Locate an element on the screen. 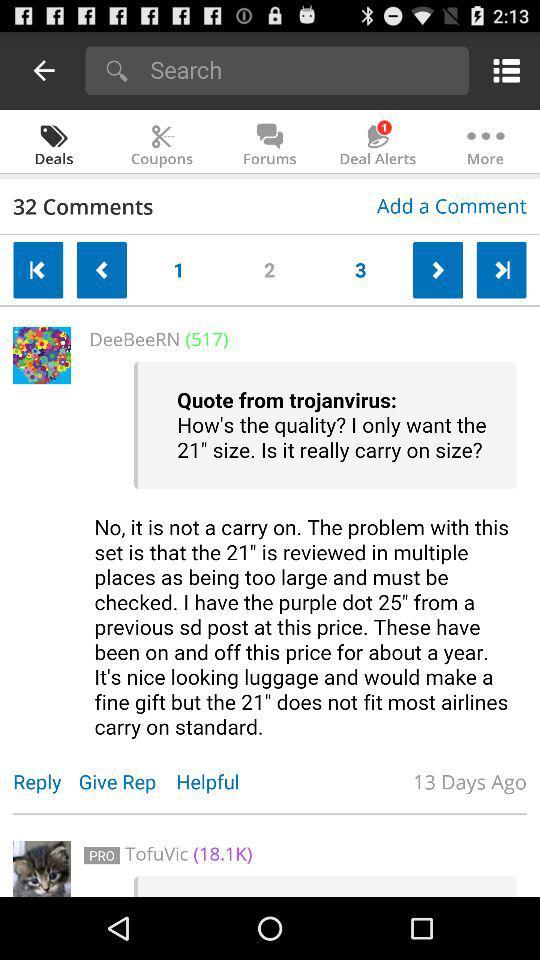 The height and width of the screenshot is (960, 540). previous is located at coordinates (38, 269).